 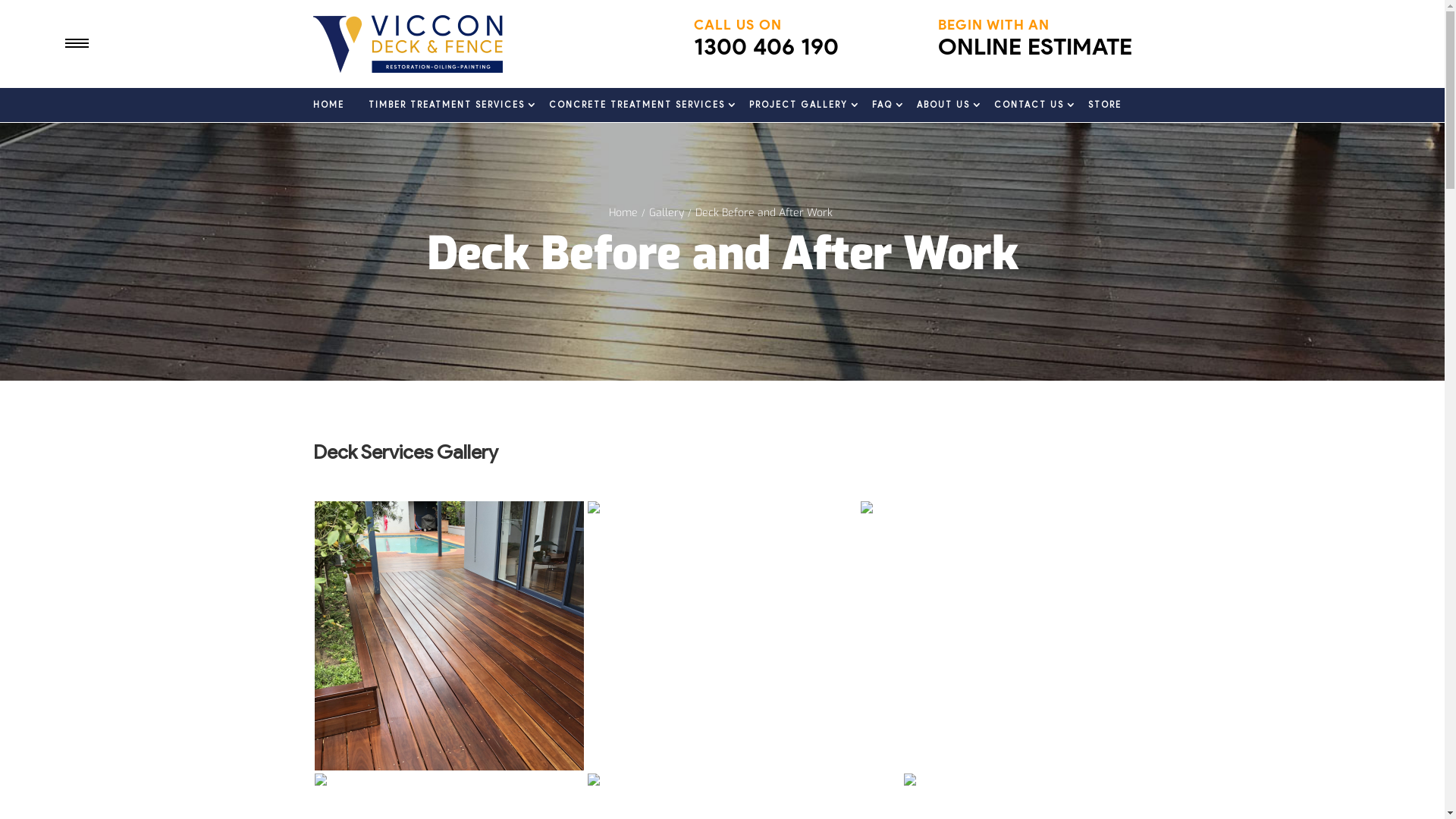 What do you see at coordinates (797, 104) in the screenshot?
I see `'PROJECT GALLERY'` at bounding box center [797, 104].